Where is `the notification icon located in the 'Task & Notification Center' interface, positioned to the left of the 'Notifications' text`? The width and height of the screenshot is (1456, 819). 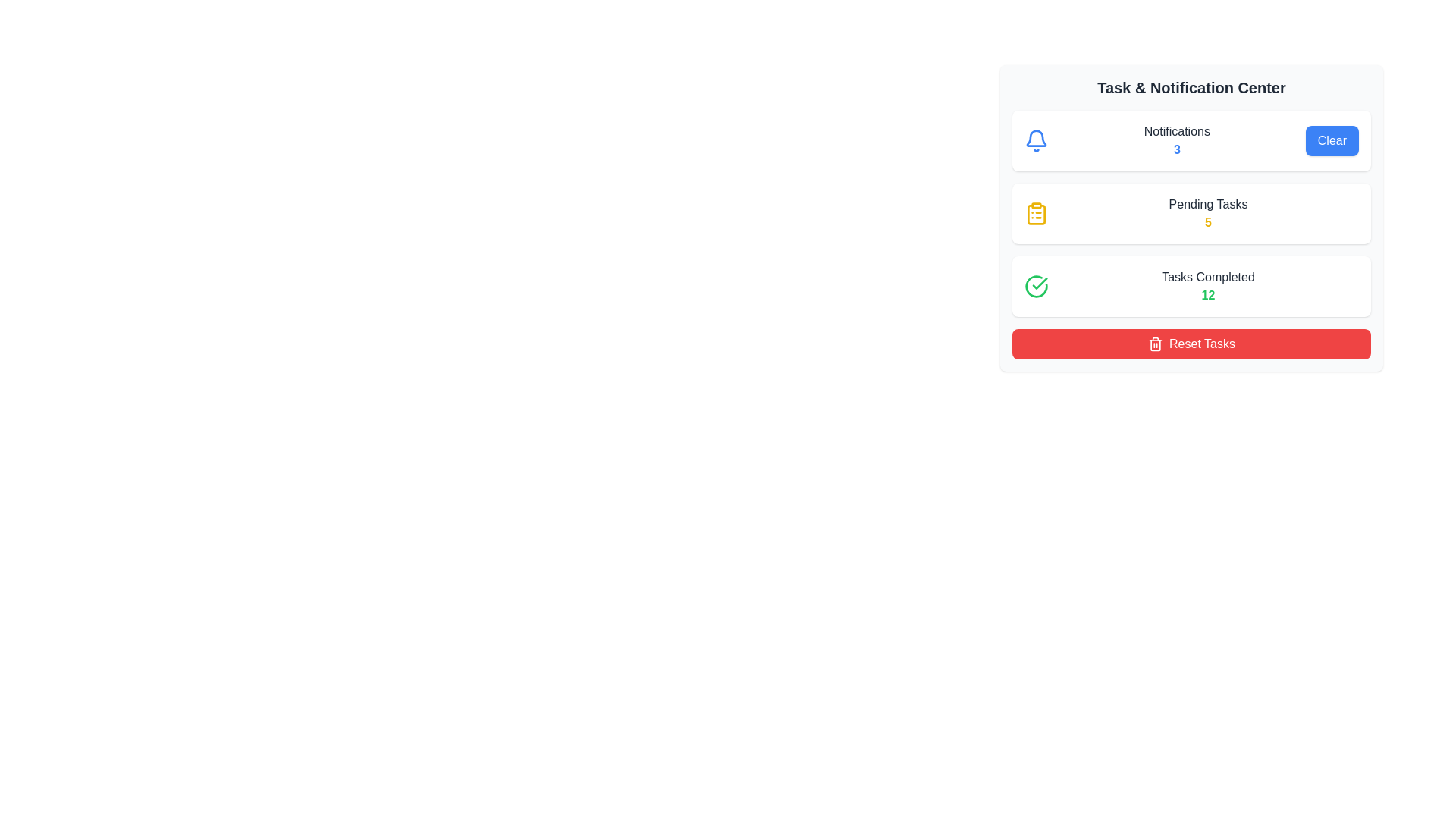 the notification icon located in the 'Task & Notification Center' interface, positioned to the left of the 'Notifications' text is located at coordinates (1036, 138).